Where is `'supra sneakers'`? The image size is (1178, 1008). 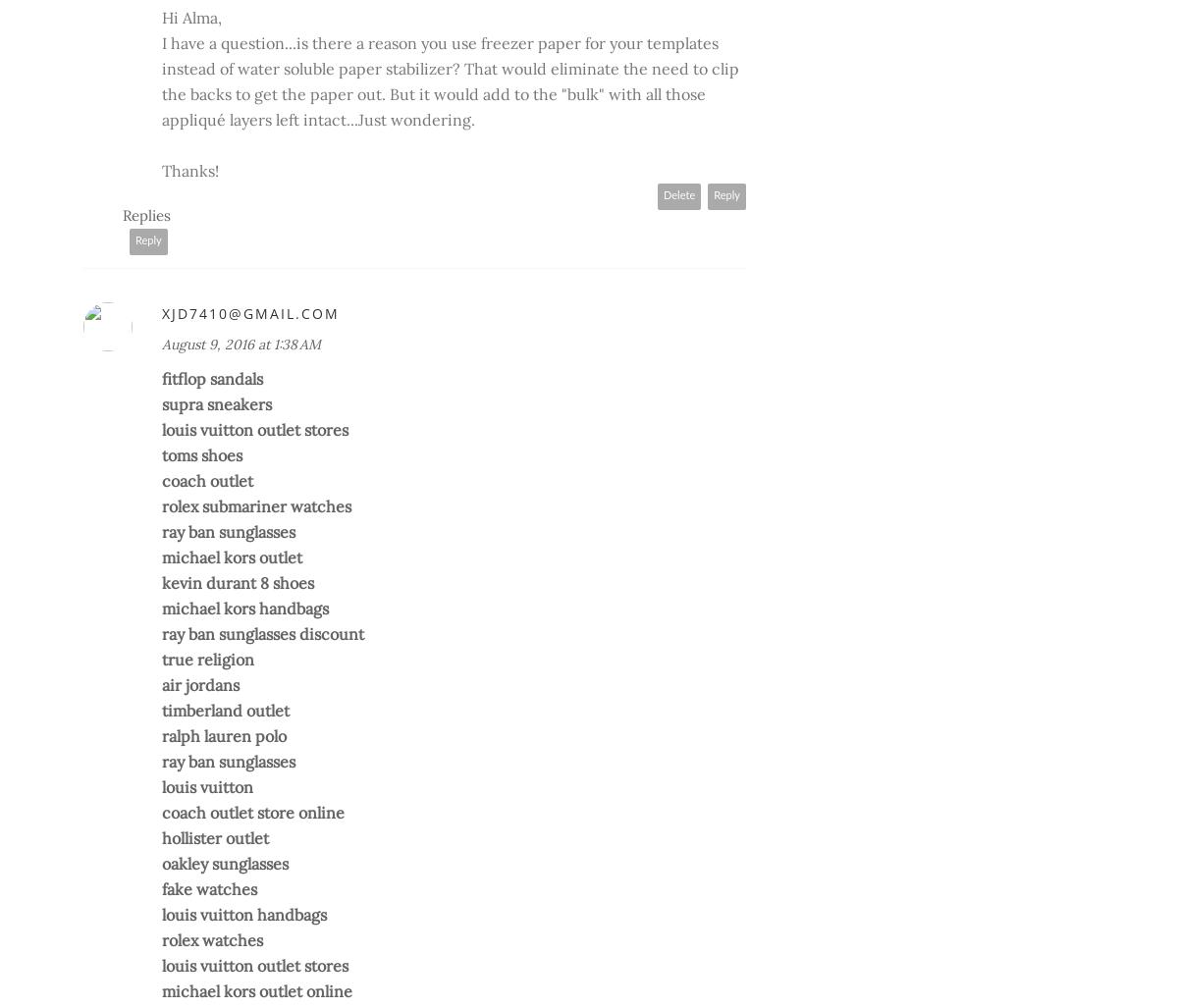
'supra sneakers' is located at coordinates (216, 403).